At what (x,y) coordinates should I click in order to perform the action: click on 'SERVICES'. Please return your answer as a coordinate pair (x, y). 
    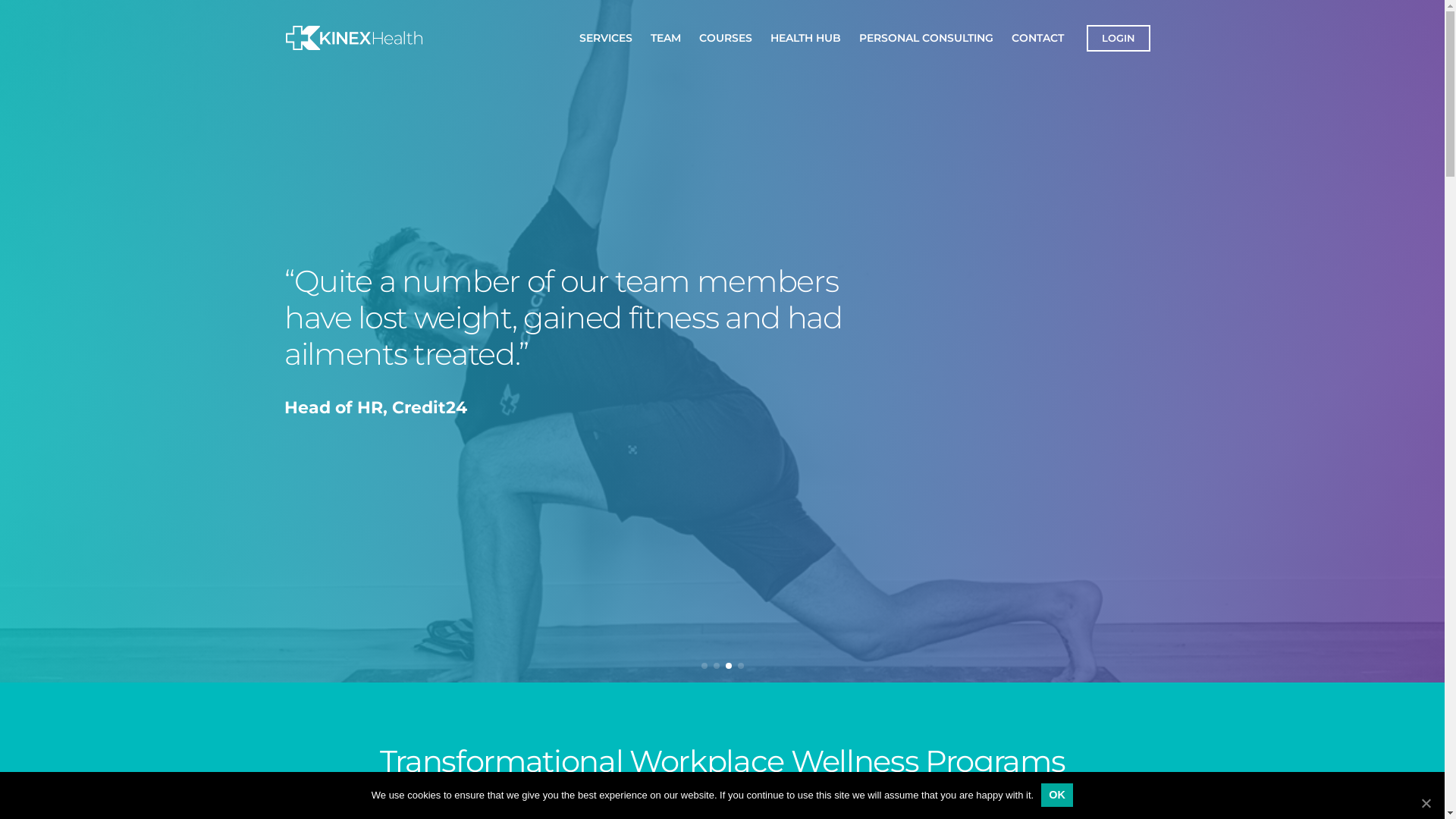
    Looking at the image, I should click on (604, 36).